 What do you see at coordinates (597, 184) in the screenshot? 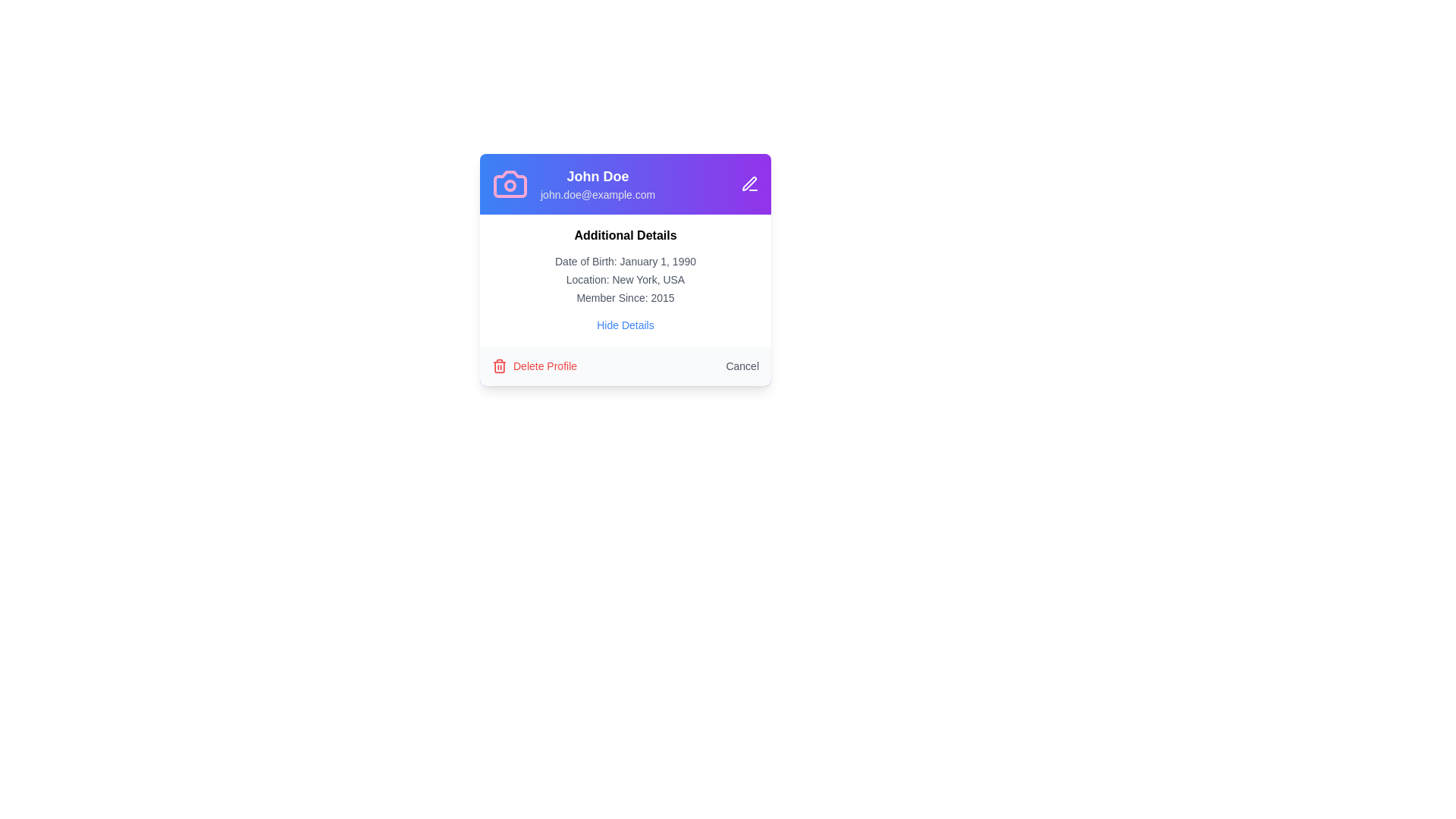
I see `the text display element showing user details, which includes the name 'John Doe' and the email 'john.doe@example.com', located near the top-left corner of the dialog box` at bounding box center [597, 184].